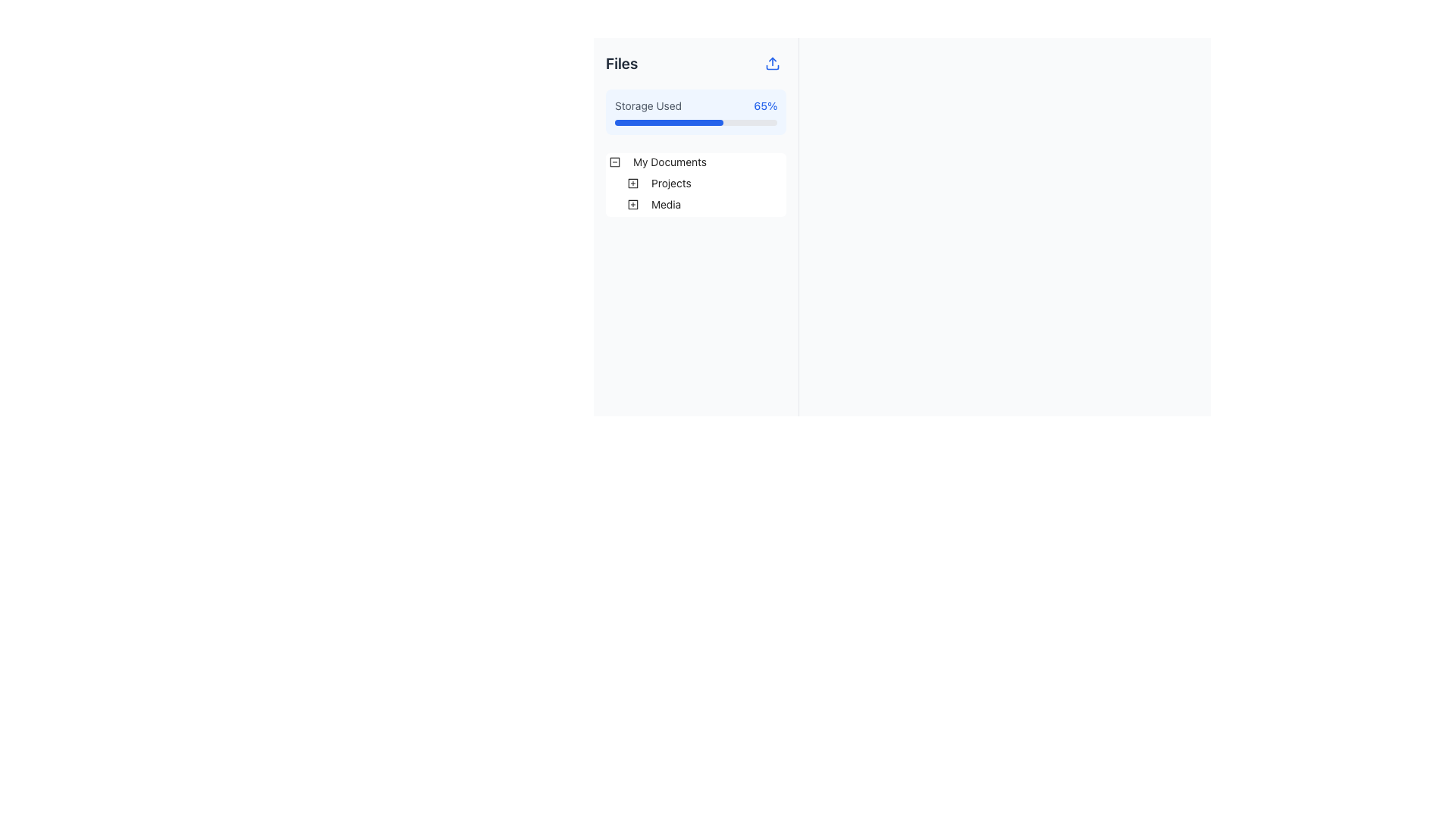 This screenshot has height=819, width=1456. Describe the element at coordinates (666, 205) in the screenshot. I see `the 'Media' label within the collapsible tree structure under 'Projects' in the 'My Documents' section` at that location.